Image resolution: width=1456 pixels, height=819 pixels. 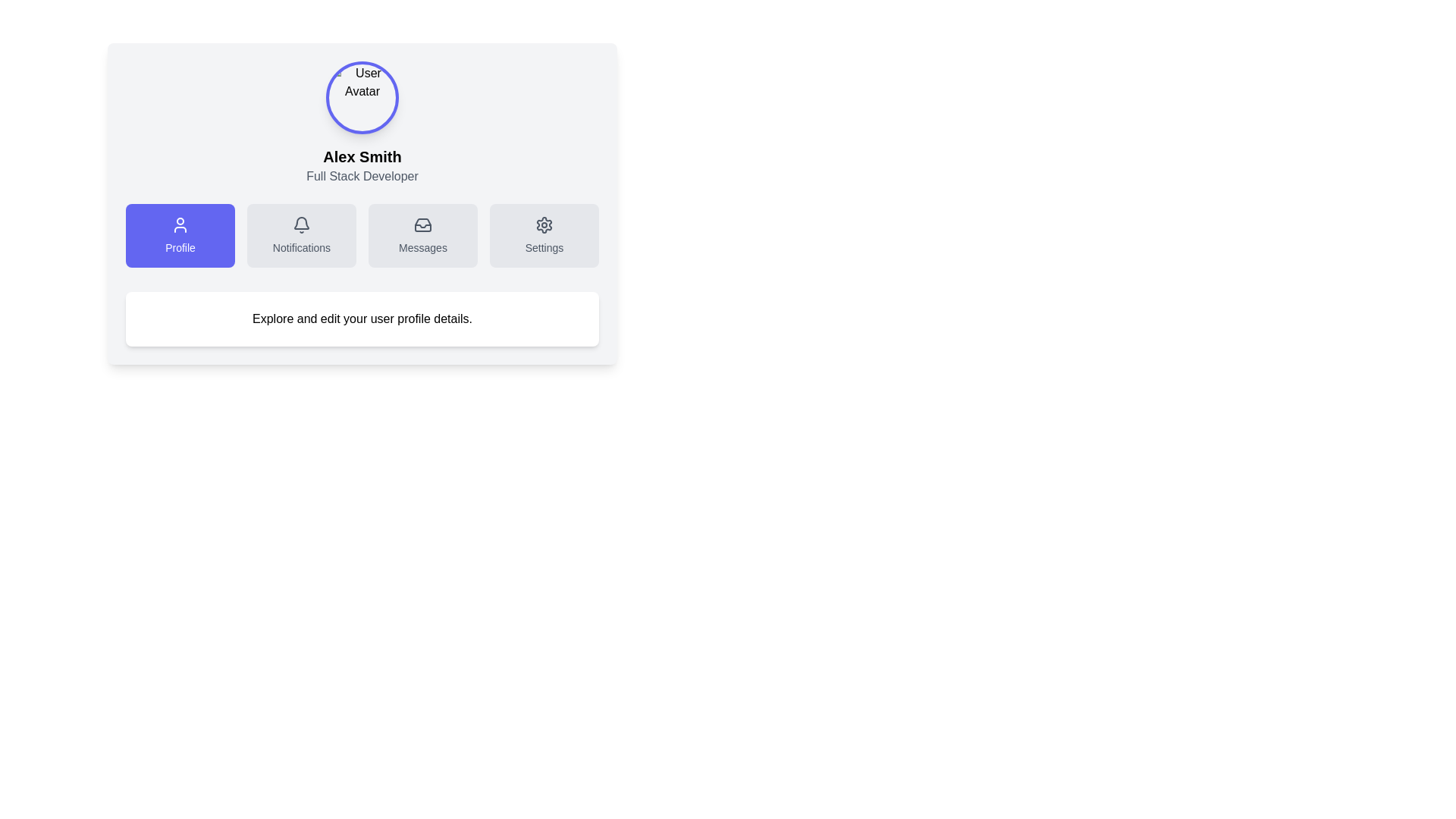 What do you see at coordinates (362, 318) in the screenshot?
I see `the informational text label located in the lower section of a white, rounded, shadowed card, which provides guidance about the user profile section` at bounding box center [362, 318].